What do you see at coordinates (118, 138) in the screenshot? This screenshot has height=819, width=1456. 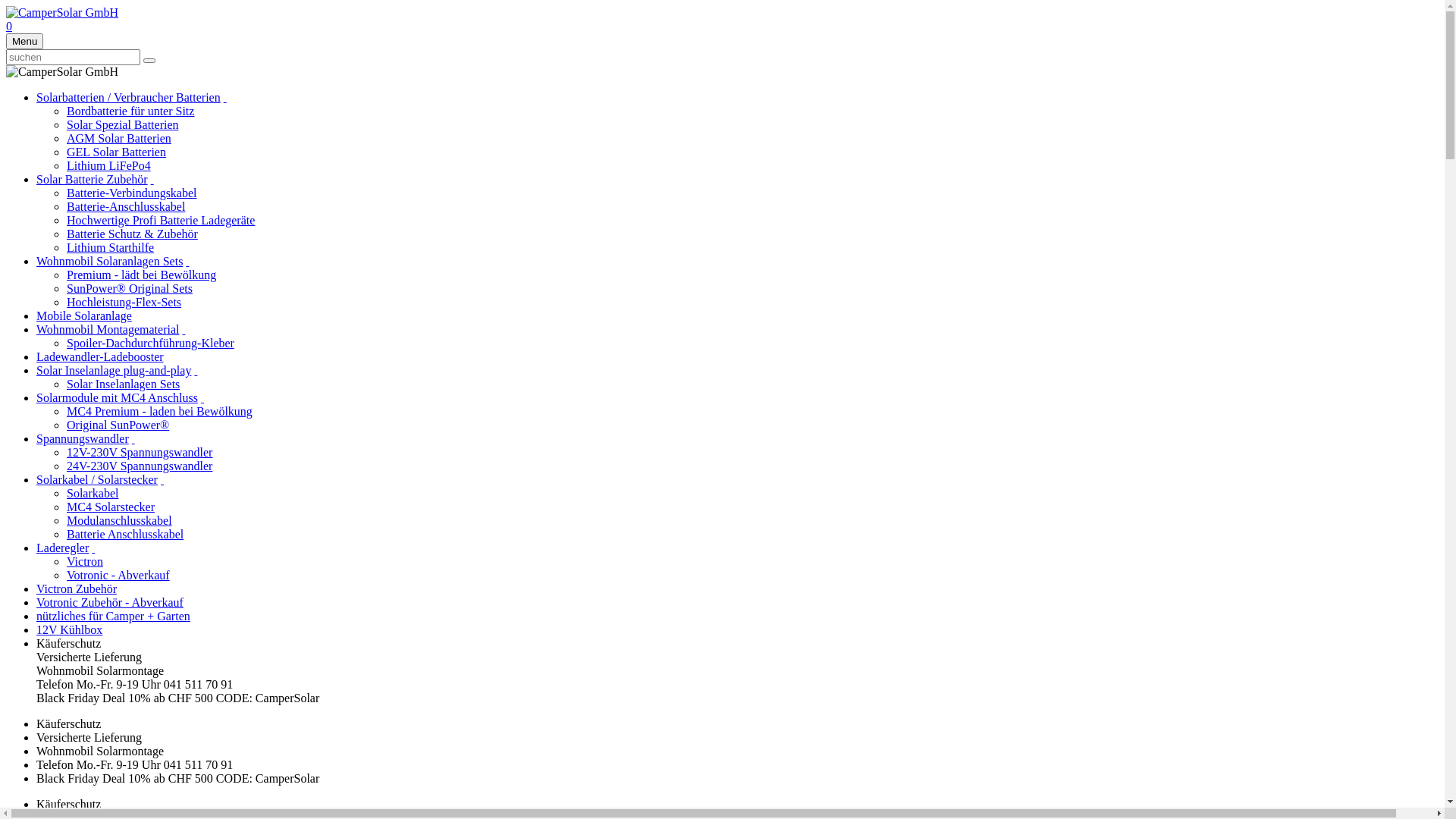 I see `'AGM Solar Batterien'` at bounding box center [118, 138].